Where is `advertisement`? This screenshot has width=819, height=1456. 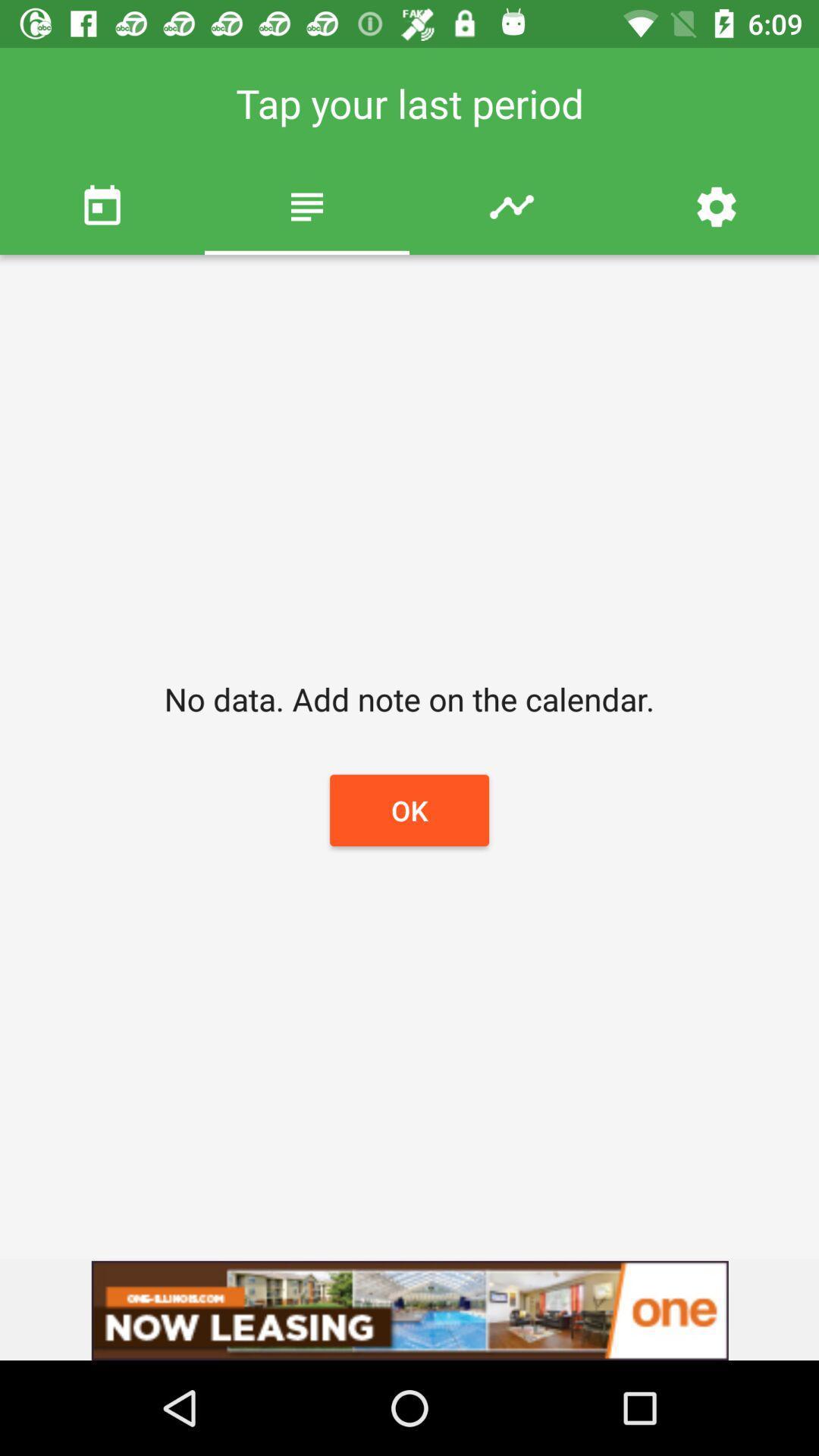
advertisement is located at coordinates (409, 1310).